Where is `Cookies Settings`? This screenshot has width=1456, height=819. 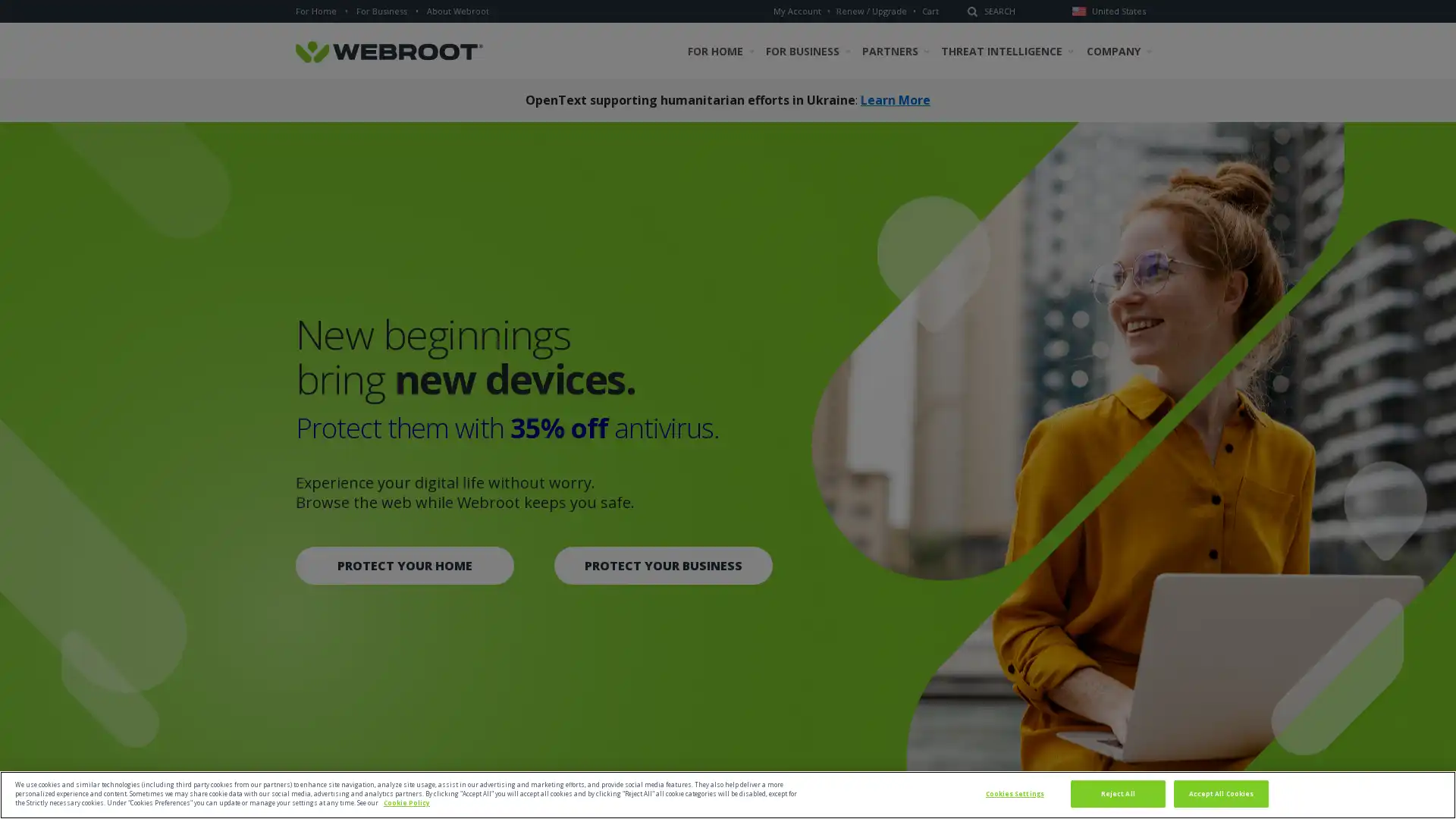 Cookies Settings is located at coordinates (1014, 792).